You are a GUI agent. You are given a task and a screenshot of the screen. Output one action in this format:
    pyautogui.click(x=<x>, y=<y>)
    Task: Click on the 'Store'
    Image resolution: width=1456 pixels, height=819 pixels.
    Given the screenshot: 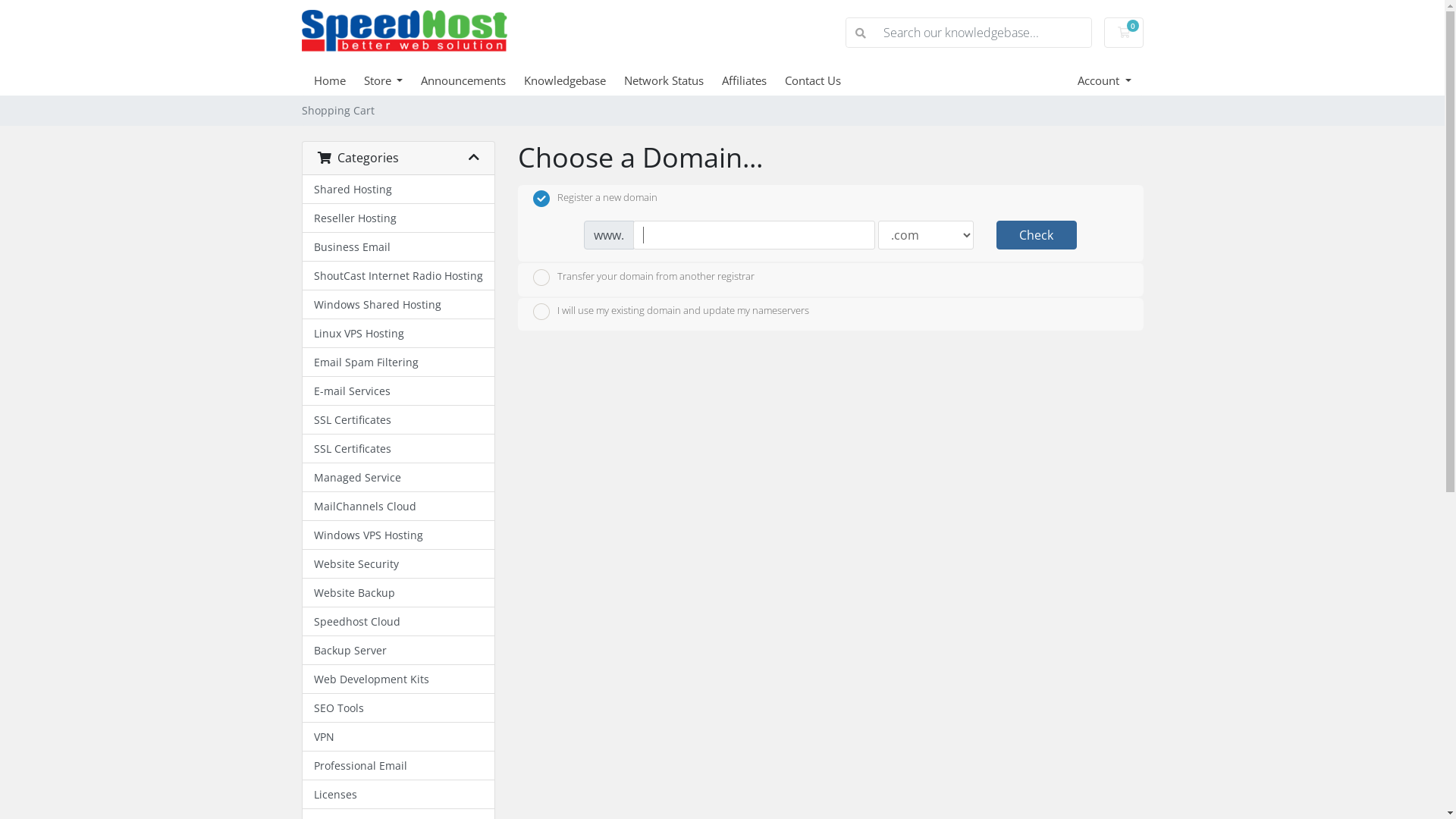 What is the action you would take?
    pyautogui.click(x=393, y=80)
    